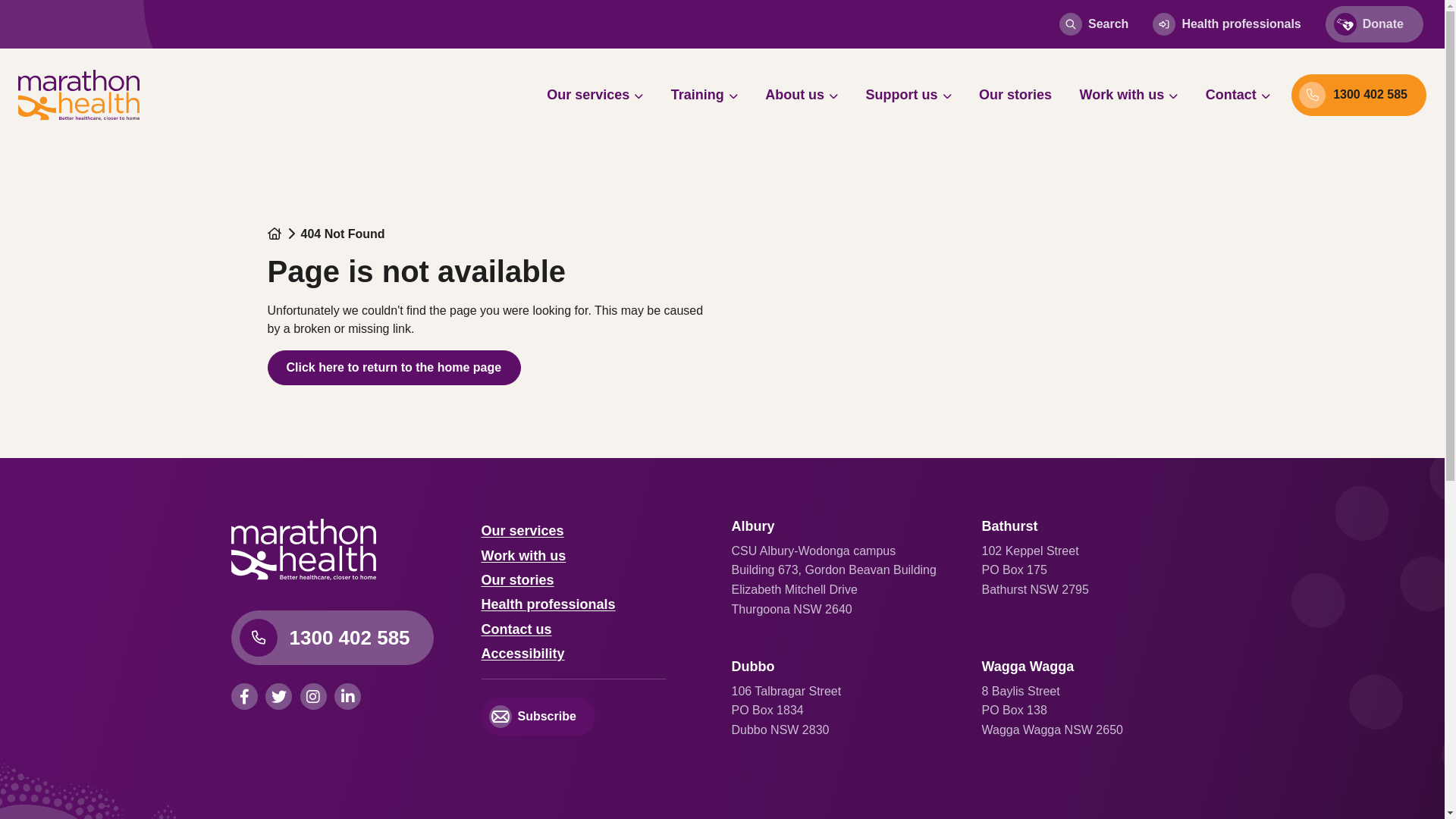 This screenshot has height=819, width=1456. I want to click on 'Support us', so click(854, 94).